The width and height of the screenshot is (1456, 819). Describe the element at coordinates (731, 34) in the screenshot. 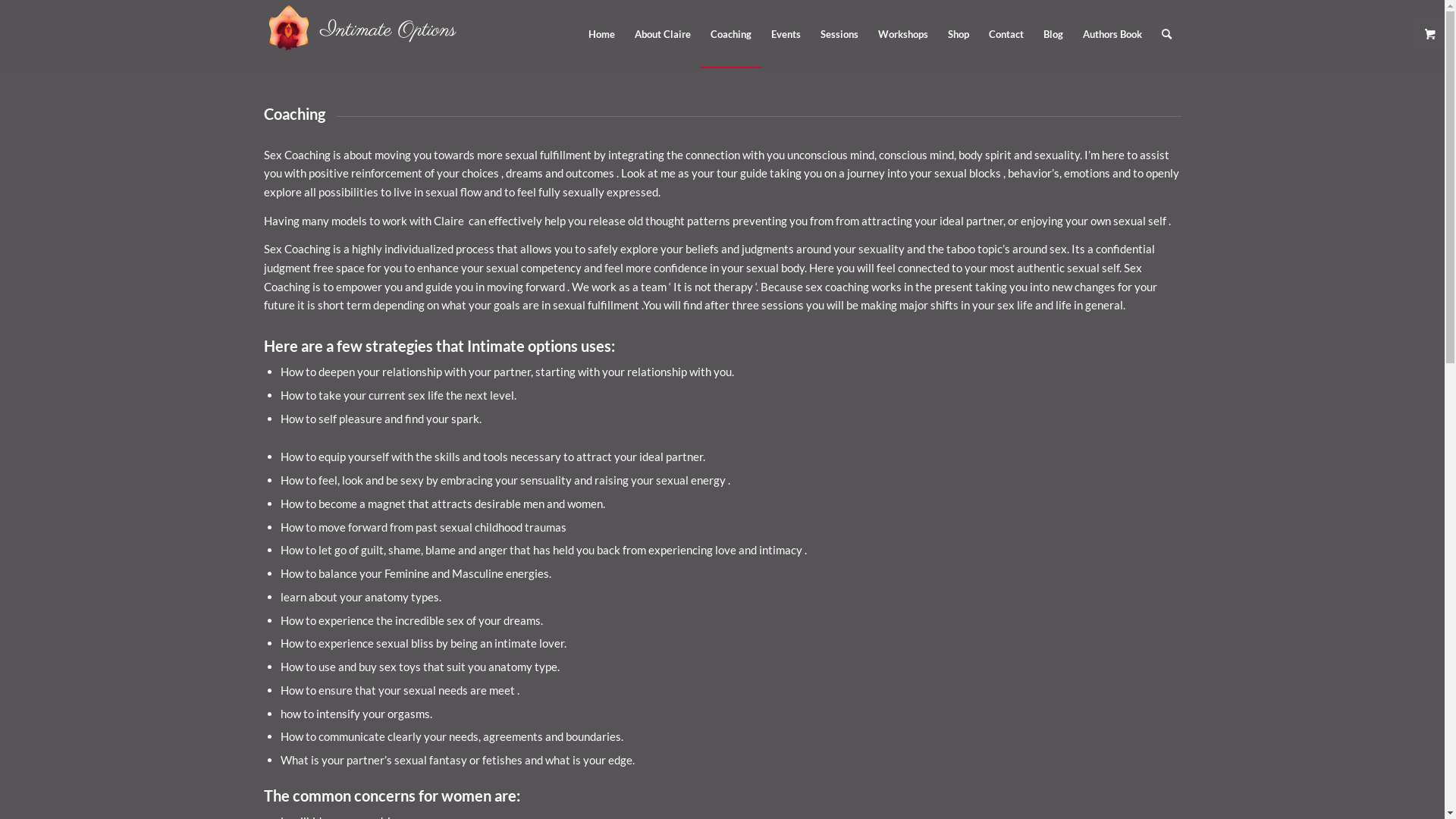

I see `'Coaching'` at that location.